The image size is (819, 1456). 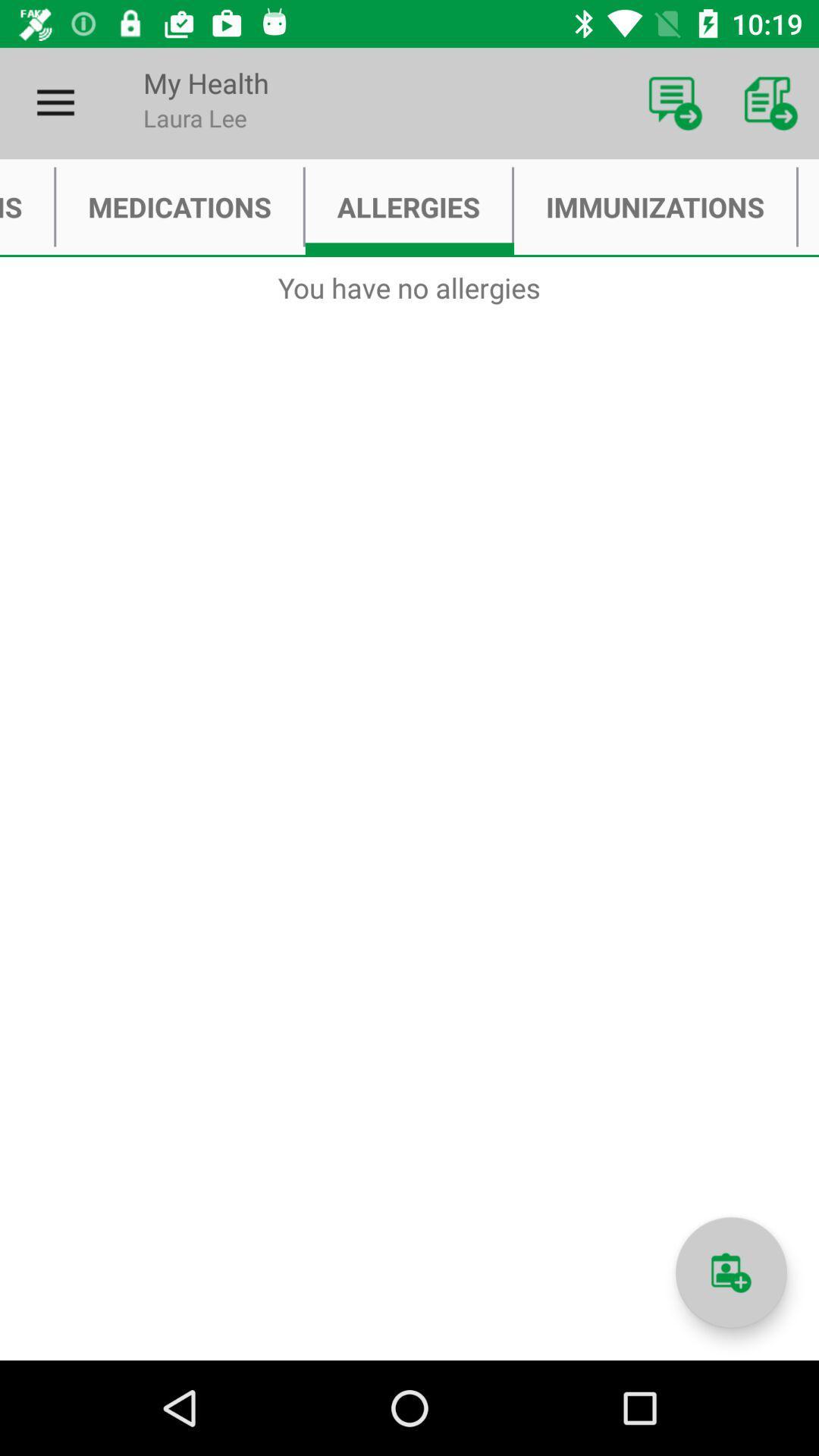 What do you see at coordinates (675, 102) in the screenshot?
I see `item next to my health icon` at bounding box center [675, 102].